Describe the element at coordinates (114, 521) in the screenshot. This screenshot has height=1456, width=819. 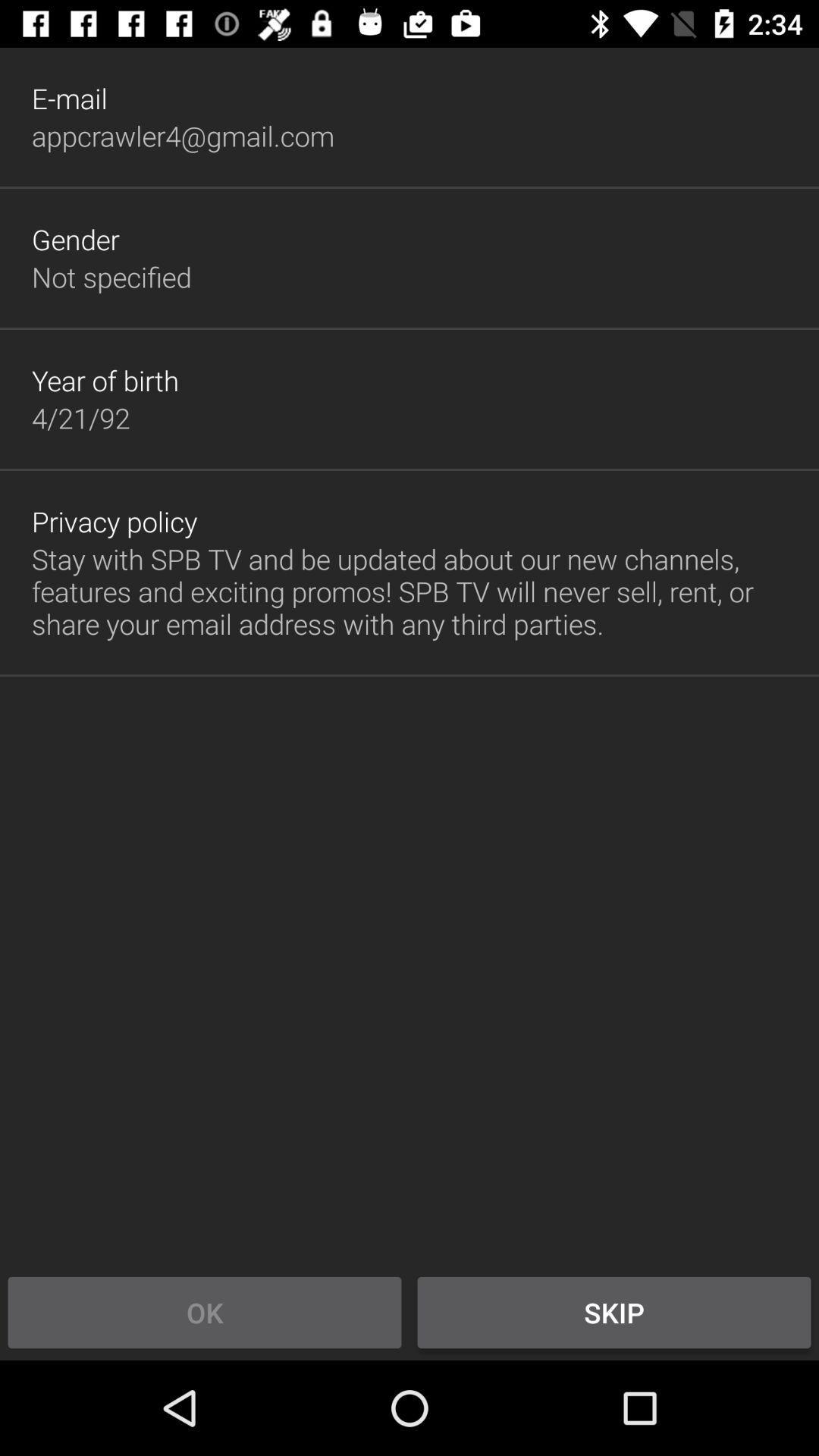
I see `privacy policy` at that location.